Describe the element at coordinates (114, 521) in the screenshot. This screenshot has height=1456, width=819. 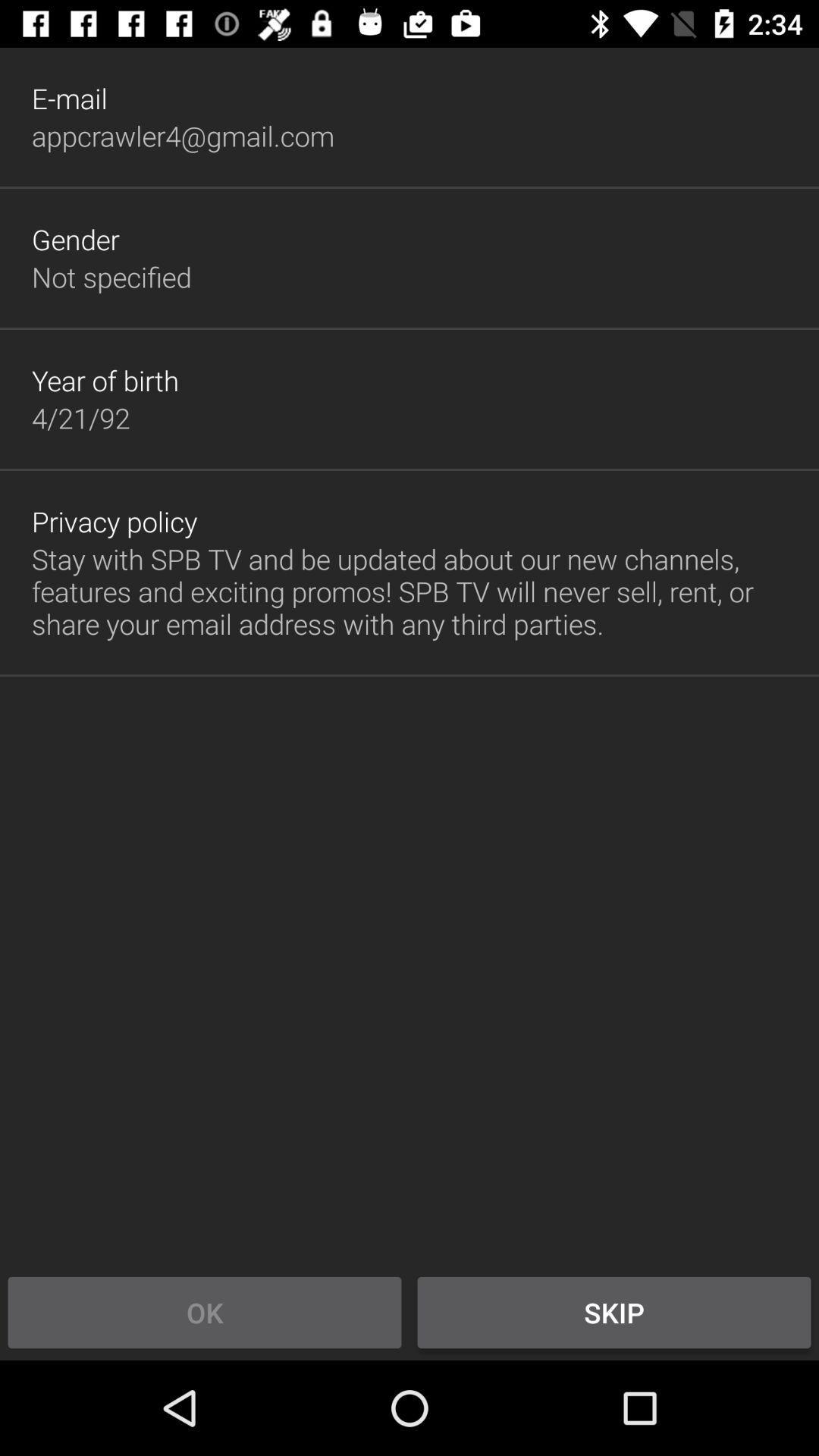
I see `privacy policy` at that location.